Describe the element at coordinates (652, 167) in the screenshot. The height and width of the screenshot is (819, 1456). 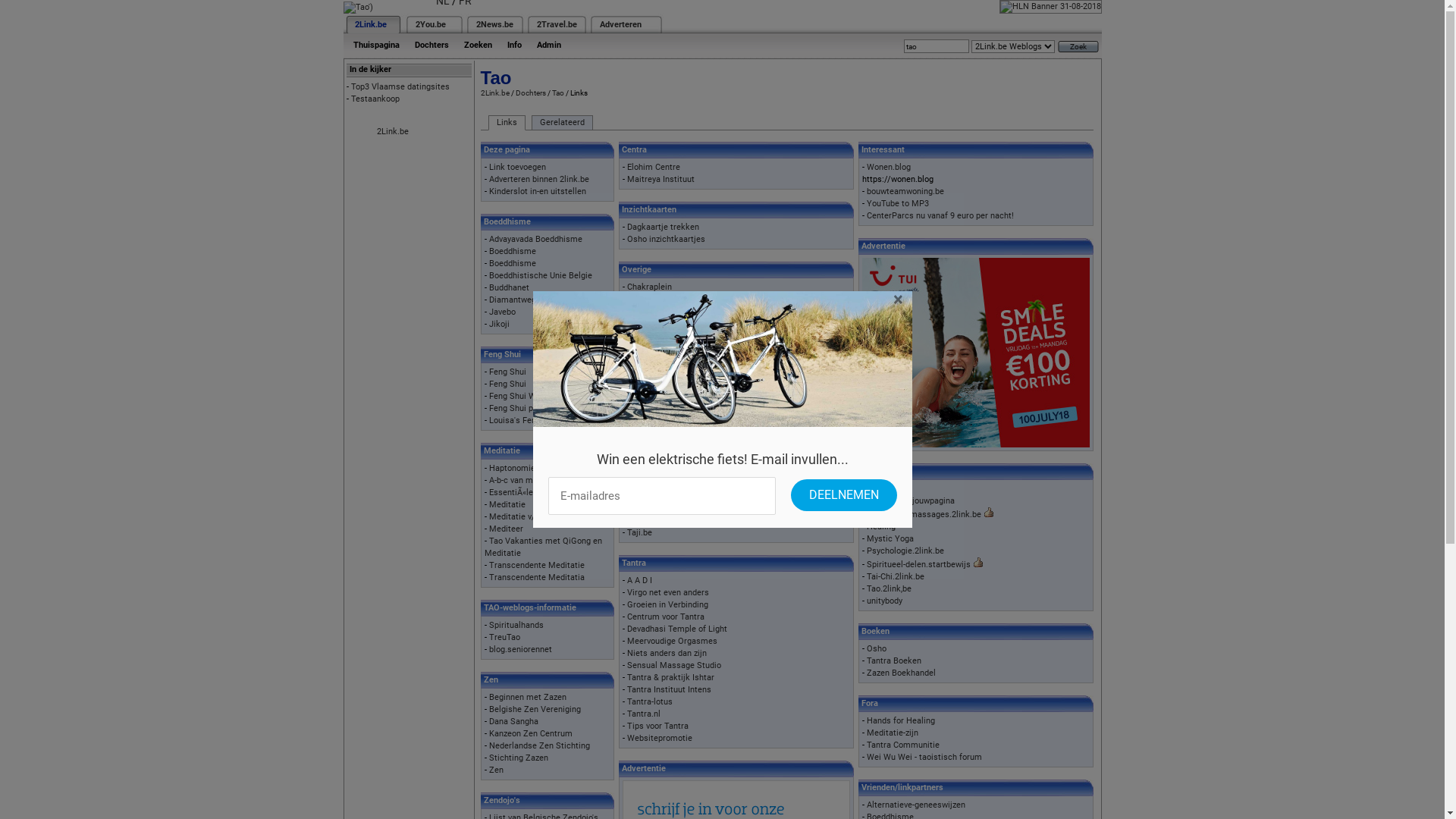
I see `'Elohim Centre'` at that location.